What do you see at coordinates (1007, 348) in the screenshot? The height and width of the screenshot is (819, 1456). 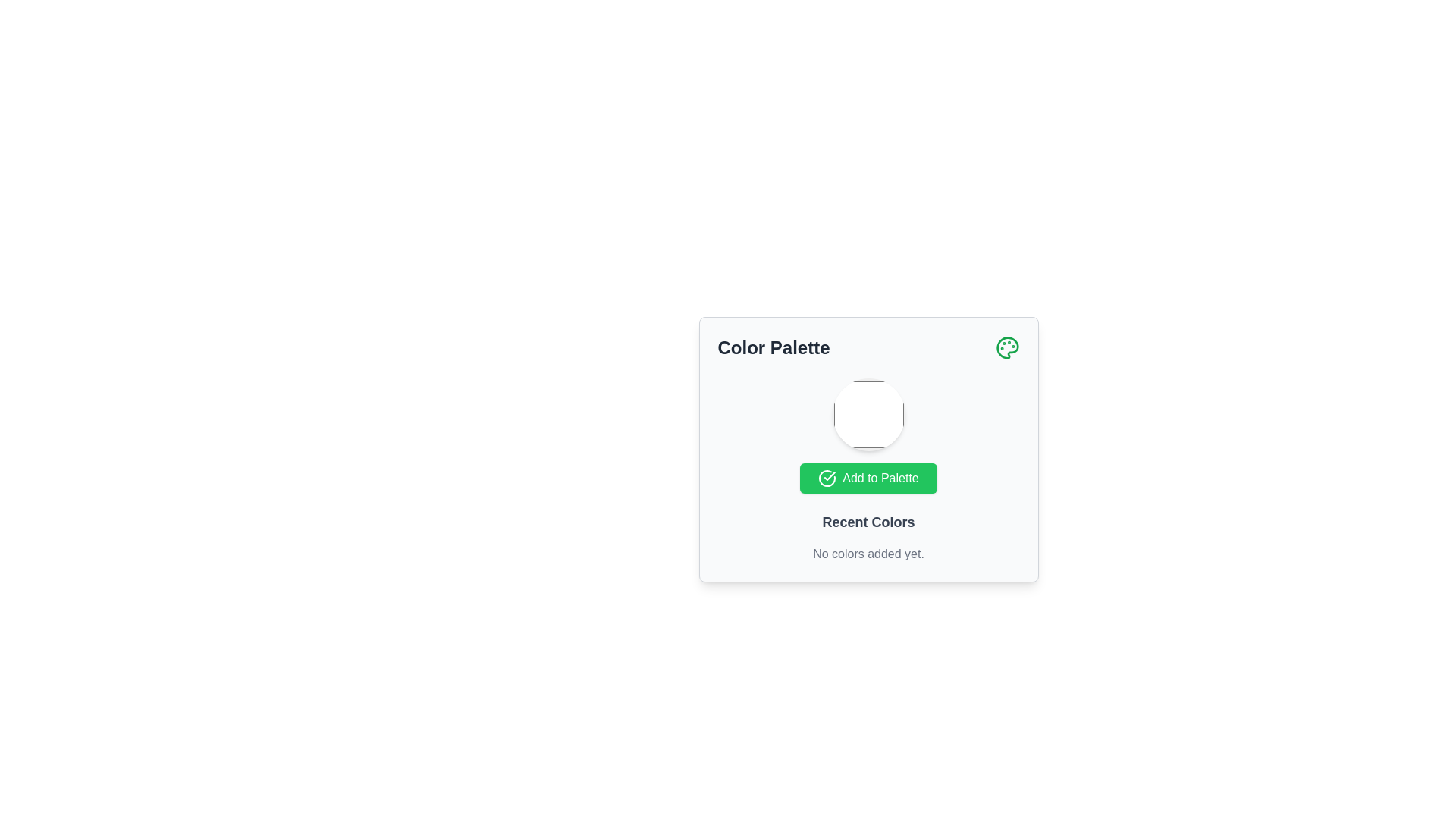 I see `the Decorative Icon Element representing a palette in the top-right corner of the 'Color Palette' section` at bounding box center [1007, 348].